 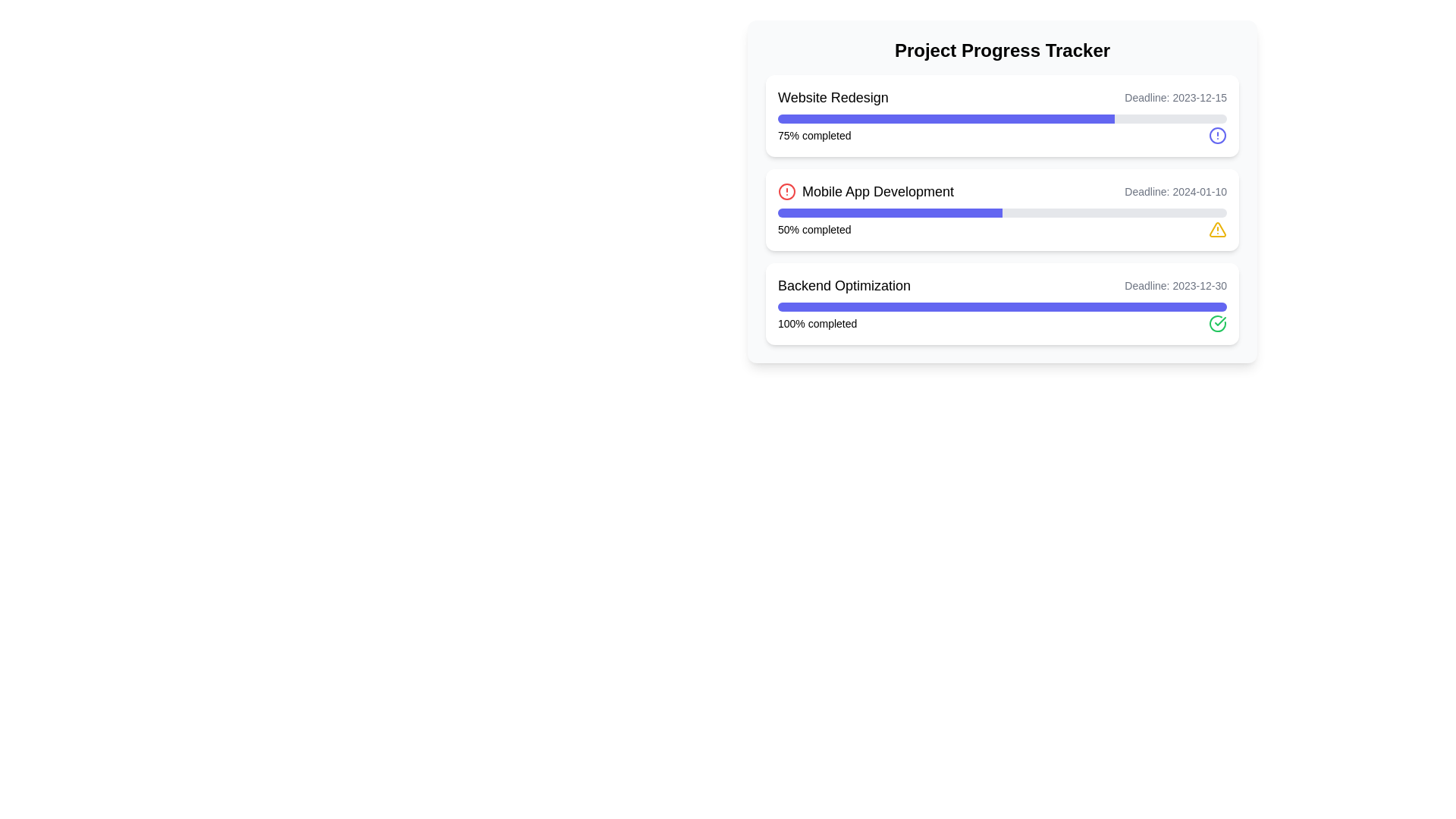 I want to click on the text label that indicates the progress percentage for 'Mobile App Development', which is located beneath the progress bar and aligned to the left margin, so click(x=814, y=230).